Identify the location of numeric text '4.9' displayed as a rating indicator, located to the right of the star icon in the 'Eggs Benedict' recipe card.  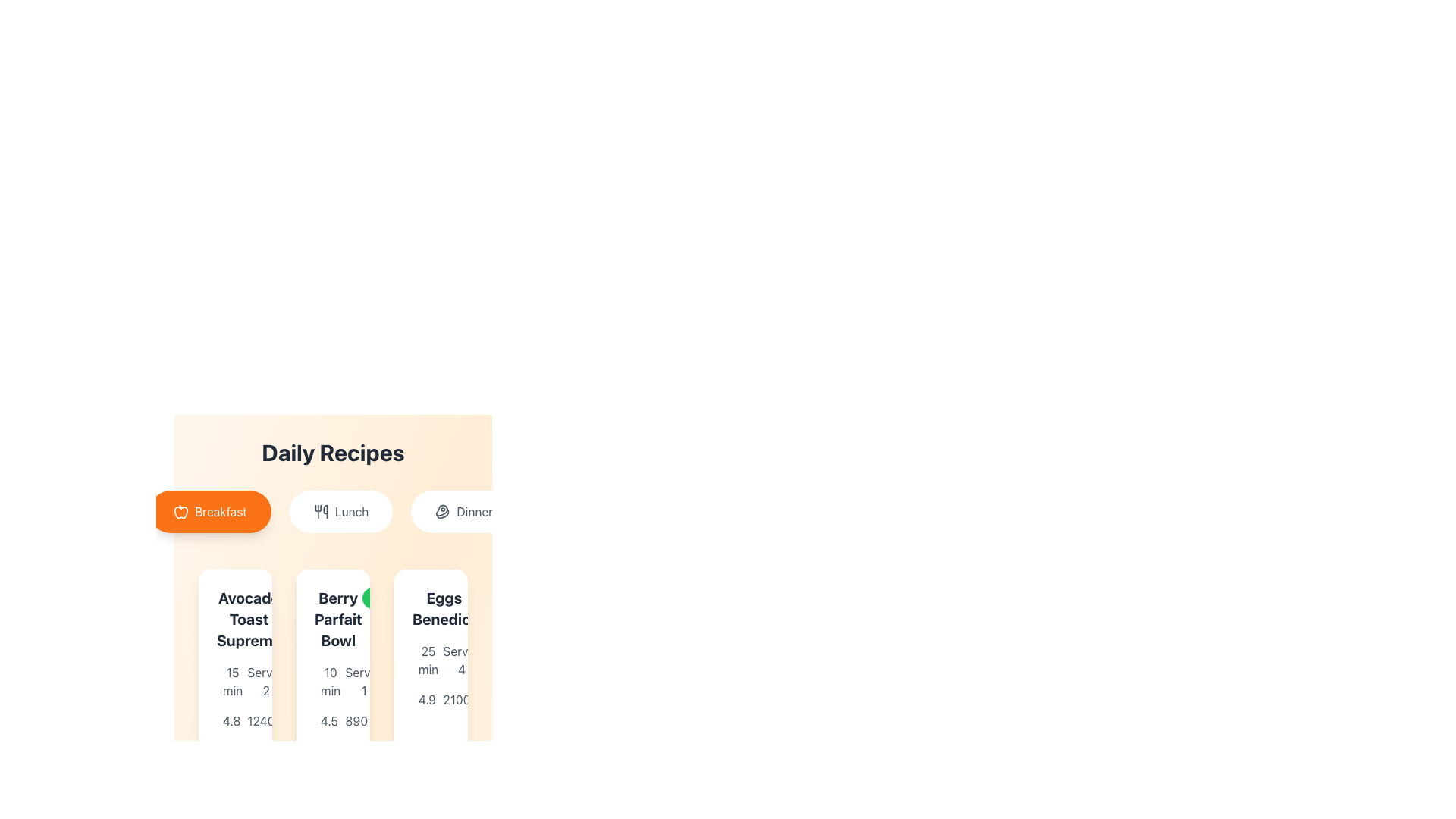
(426, 699).